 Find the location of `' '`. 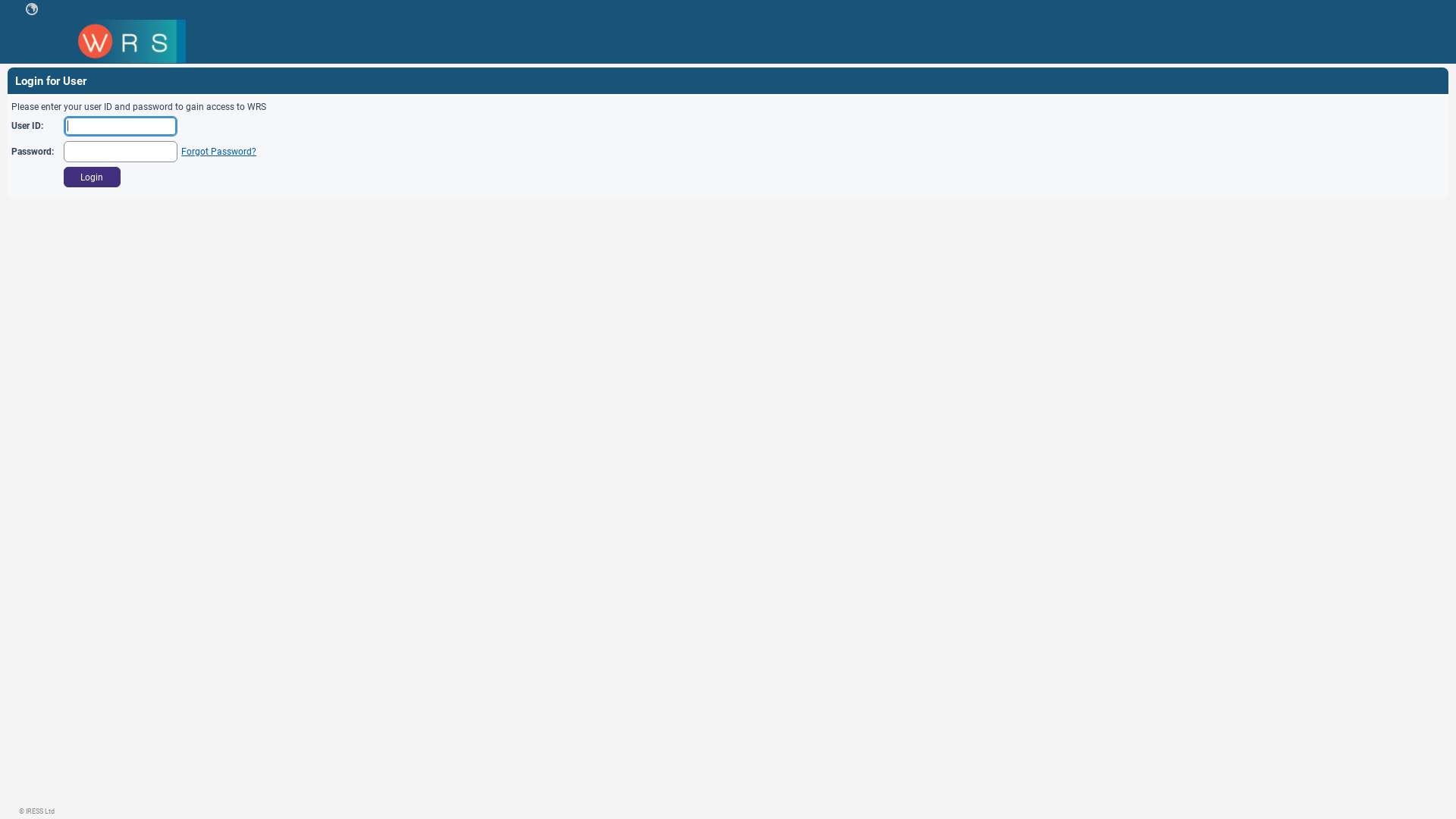

' ' is located at coordinates (31, 8).